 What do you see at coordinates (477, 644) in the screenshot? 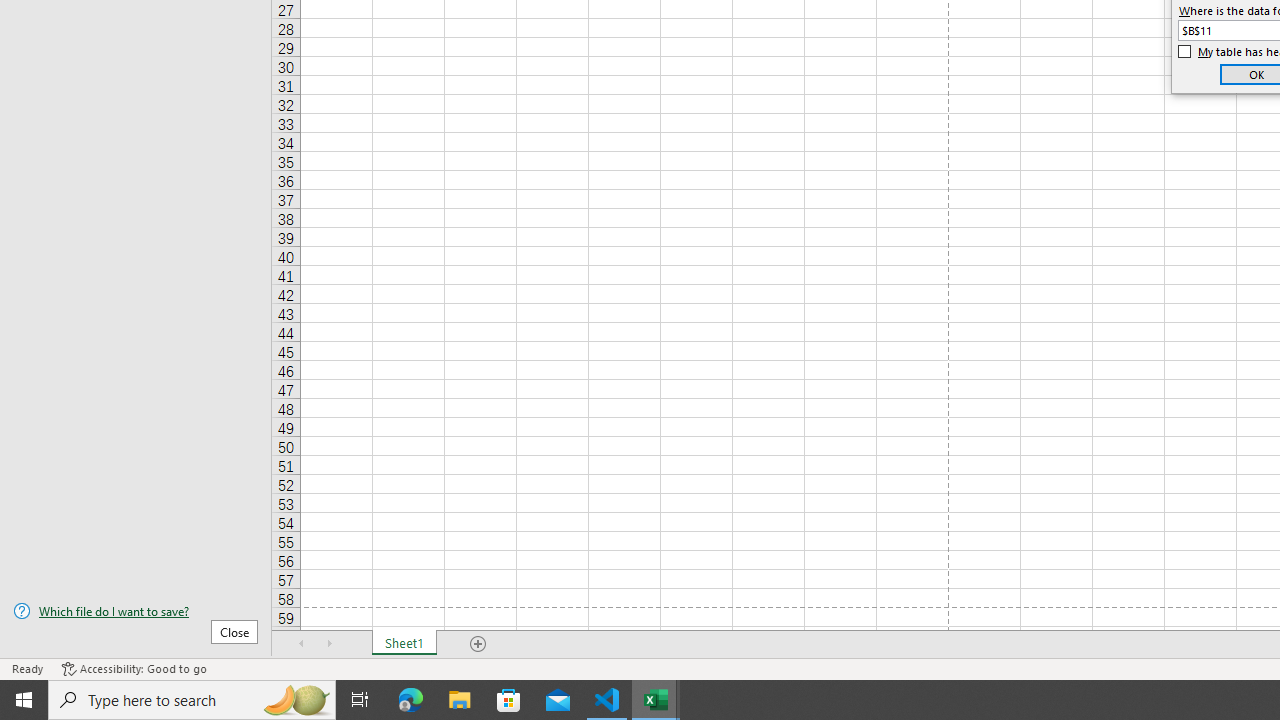
I see `'Add Sheet'` at bounding box center [477, 644].